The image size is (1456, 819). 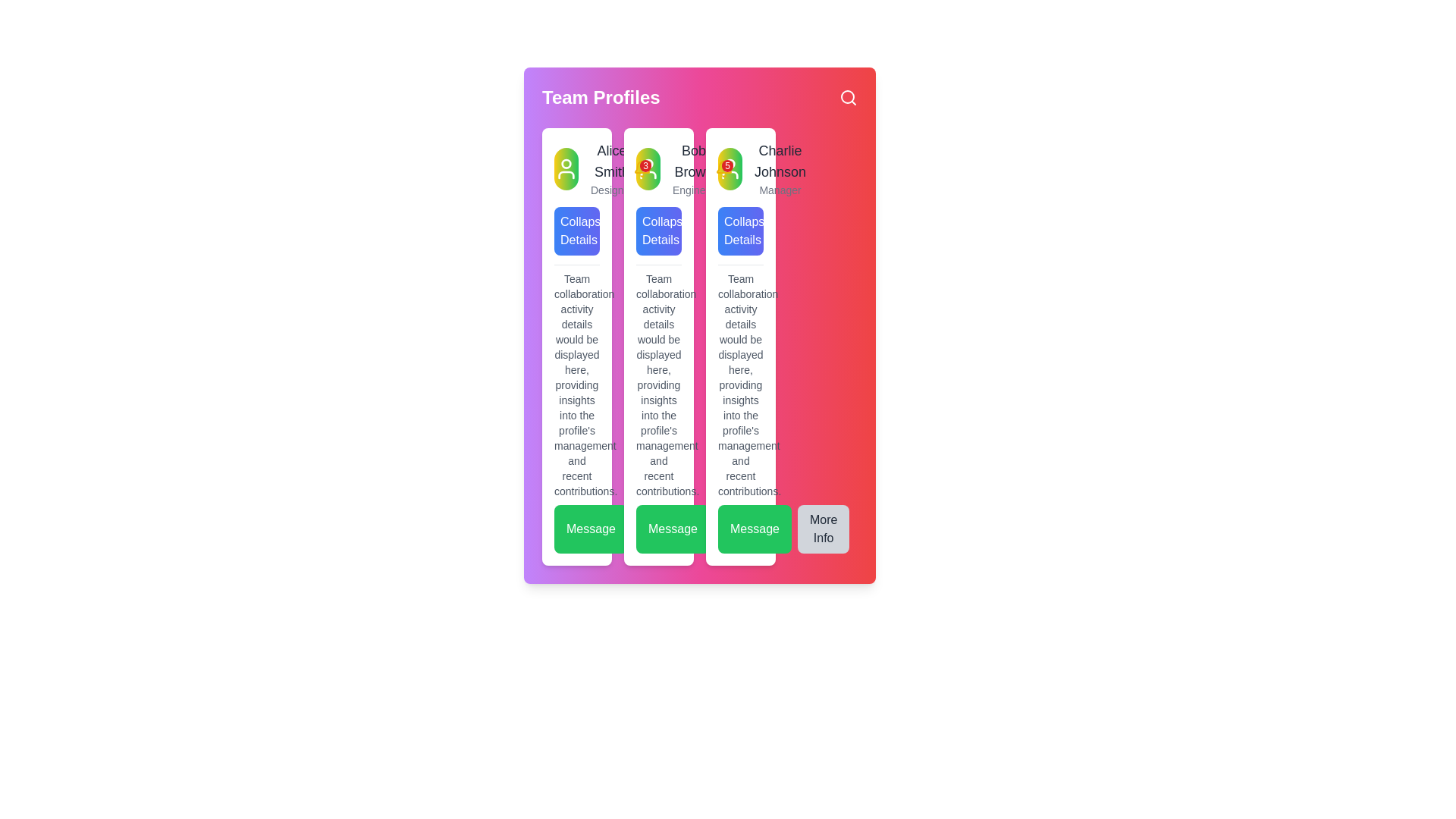 I want to click on text displayed as 'Alice Smith' in a large font and 'Designer' in a smaller font located under the profile picture icon in the 'Team Profiles' section, so click(x=611, y=169).